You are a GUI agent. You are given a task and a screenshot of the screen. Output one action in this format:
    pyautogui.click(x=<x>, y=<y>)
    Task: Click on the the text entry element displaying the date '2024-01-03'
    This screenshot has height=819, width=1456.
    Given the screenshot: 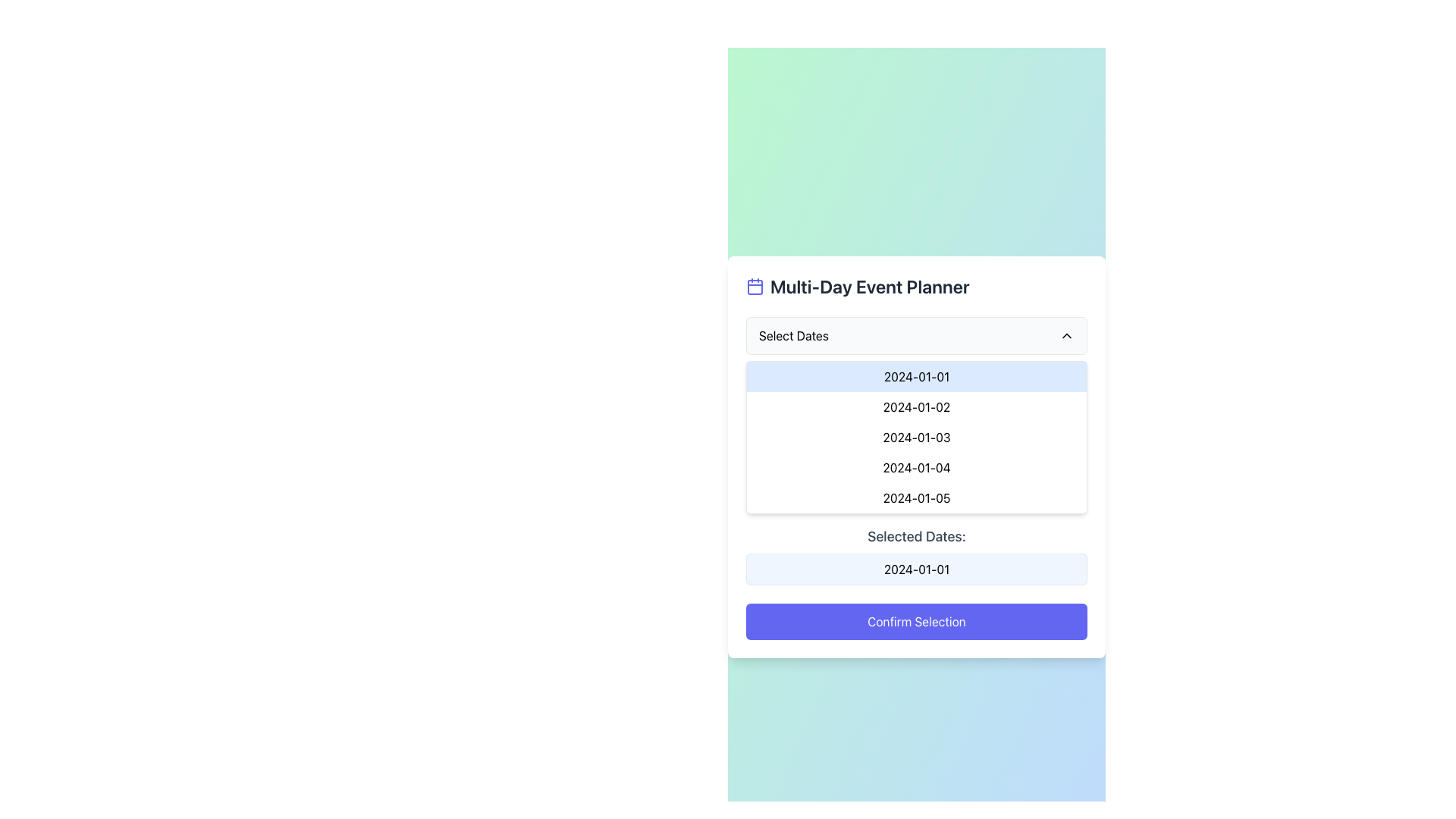 What is the action you would take?
    pyautogui.click(x=916, y=438)
    